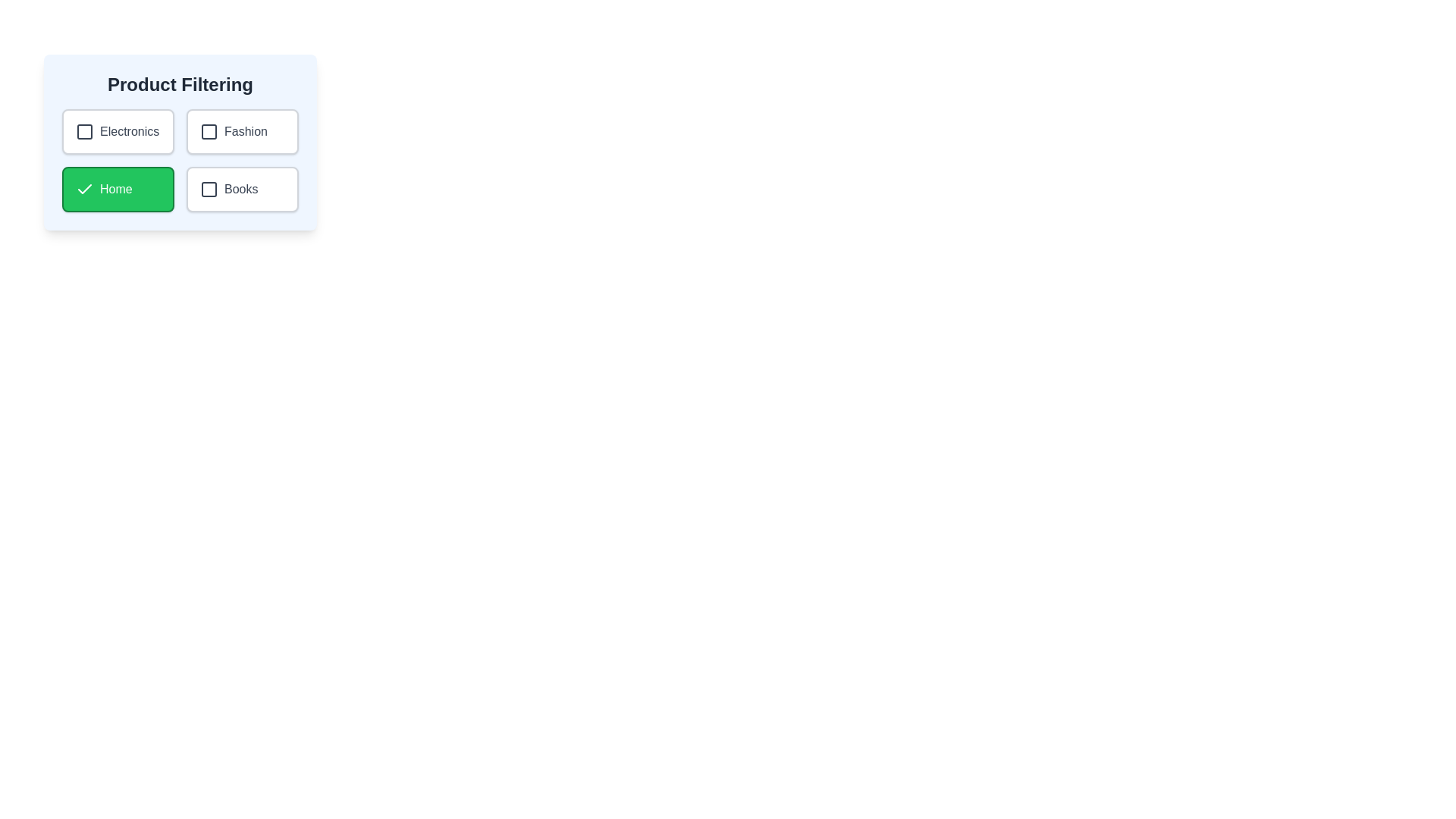  I want to click on the category Books by clicking on its button, so click(243, 189).